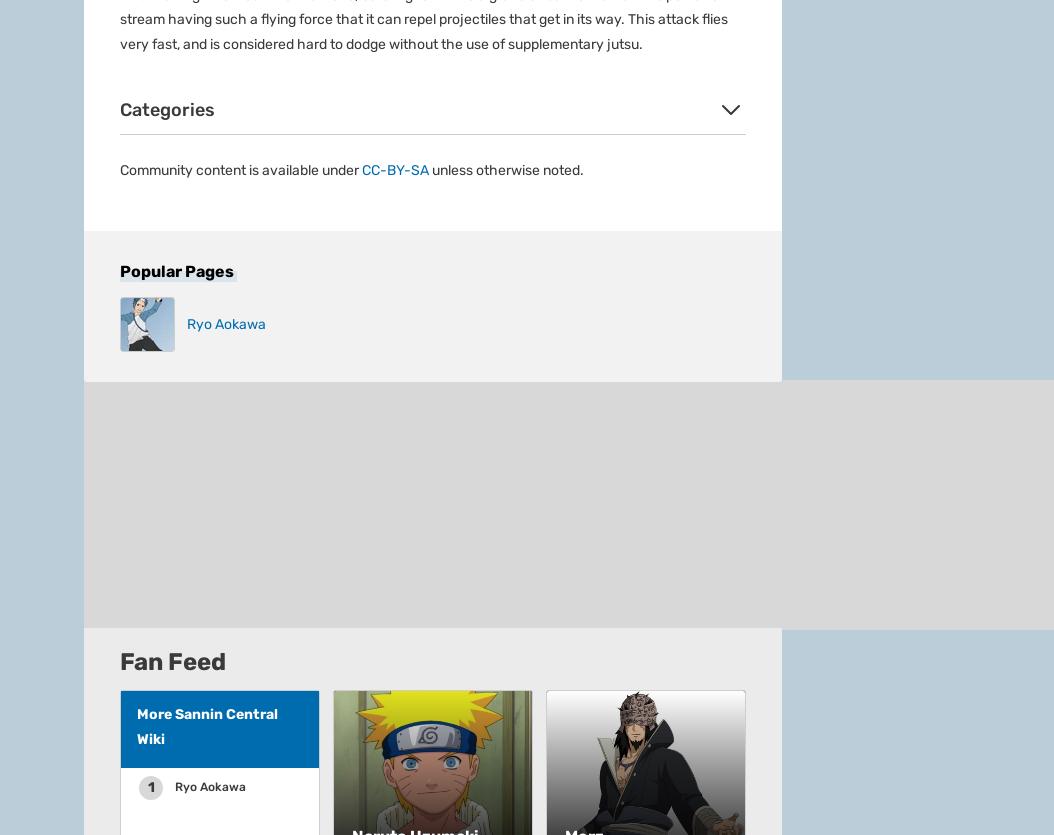  What do you see at coordinates (118, 167) in the screenshot?
I see `'Advertise'` at bounding box center [118, 167].